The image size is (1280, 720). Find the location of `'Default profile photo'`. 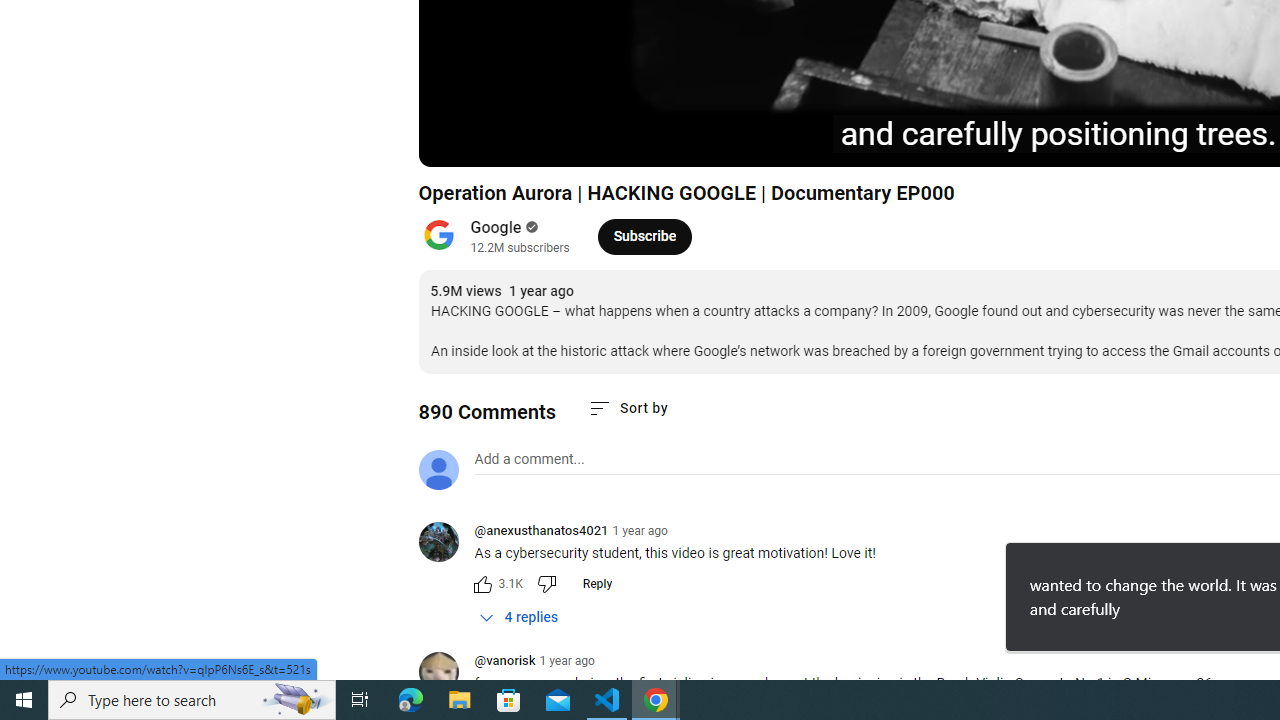

'Default profile photo' is located at coordinates (438, 470).